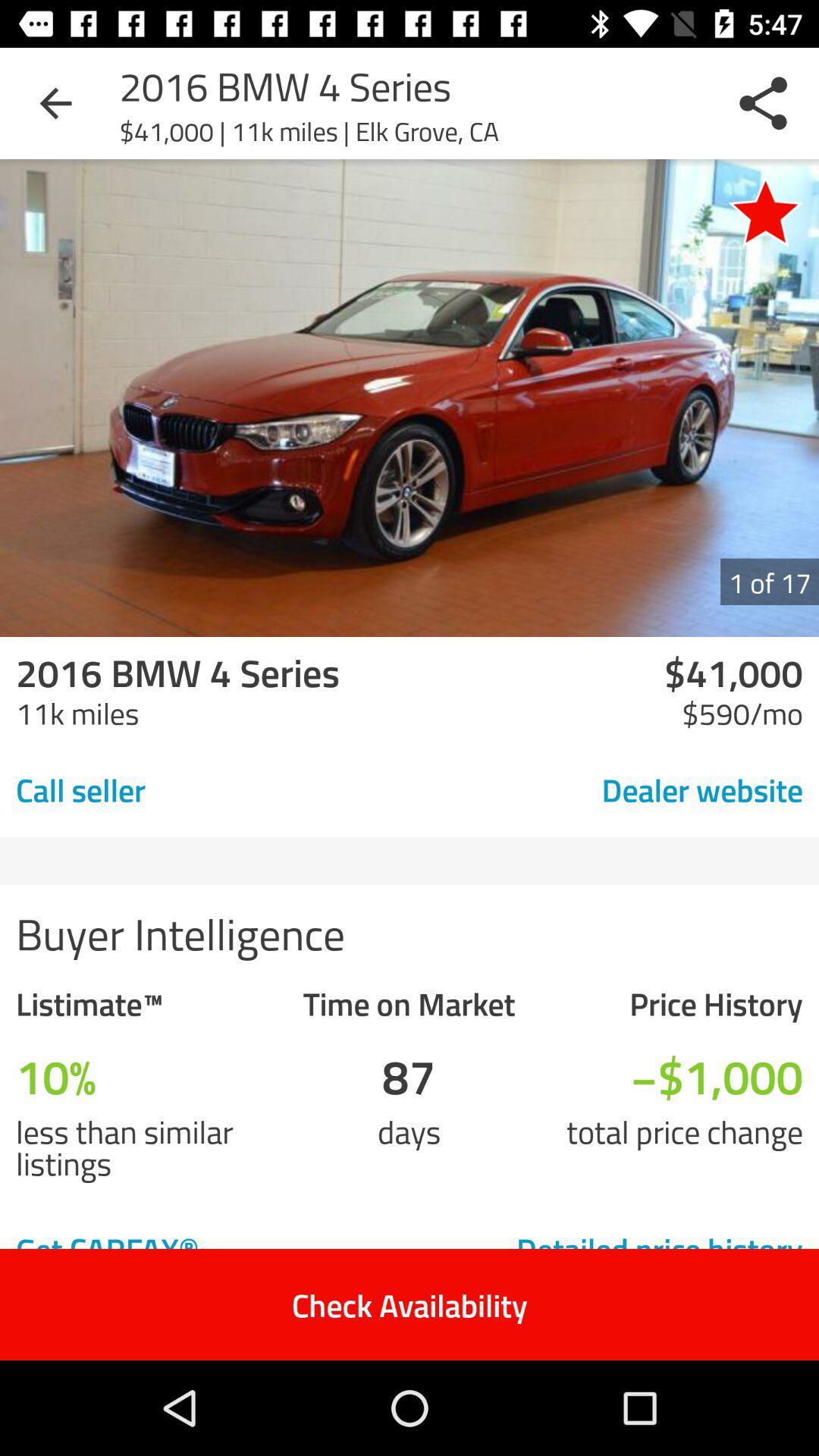  What do you see at coordinates (186, 789) in the screenshot?
I see `item below 11k miles icon` at bounding box center [186, 789].